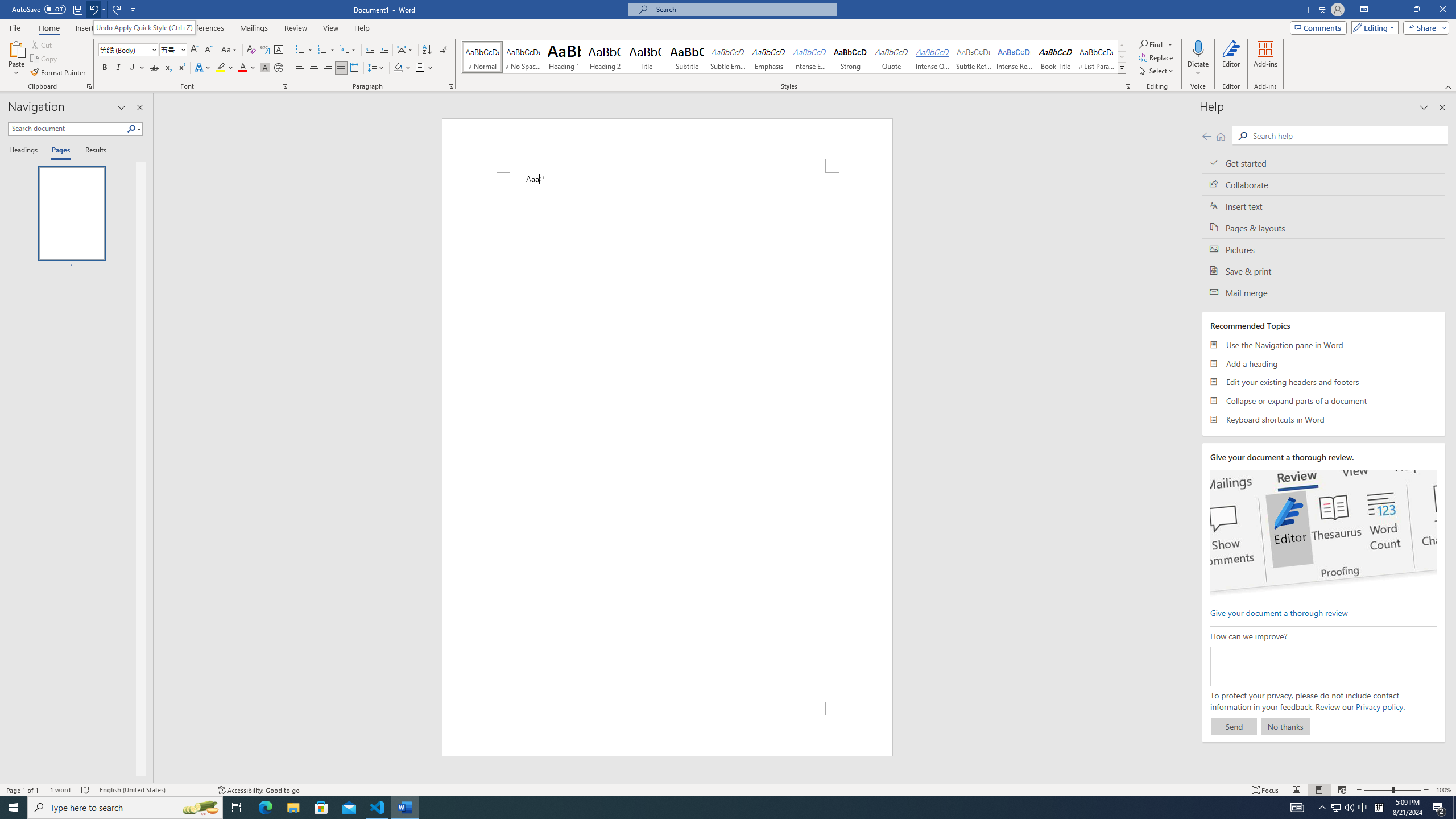 The width and height of the screenshot is (1456, 819). Describe the element at coordinates (278, 49) in the screenshot. I see `'Character Border'` at that location.